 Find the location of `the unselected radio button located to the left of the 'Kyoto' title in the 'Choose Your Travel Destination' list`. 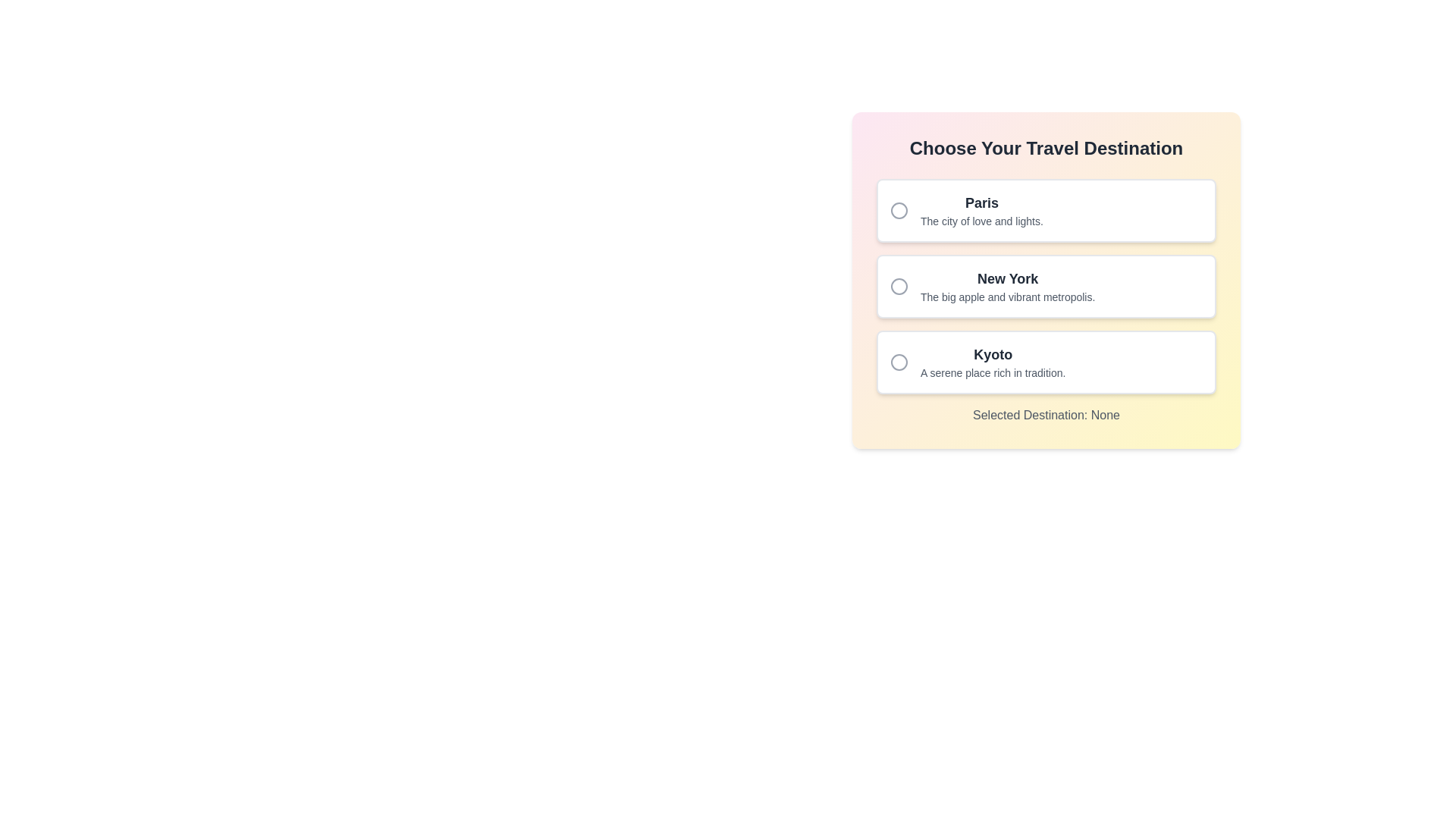

the unselected radio button located to the left of the 'Kyoto' title in the 'Choose Your Travel Destination' list is located at coordinates (899, 362).